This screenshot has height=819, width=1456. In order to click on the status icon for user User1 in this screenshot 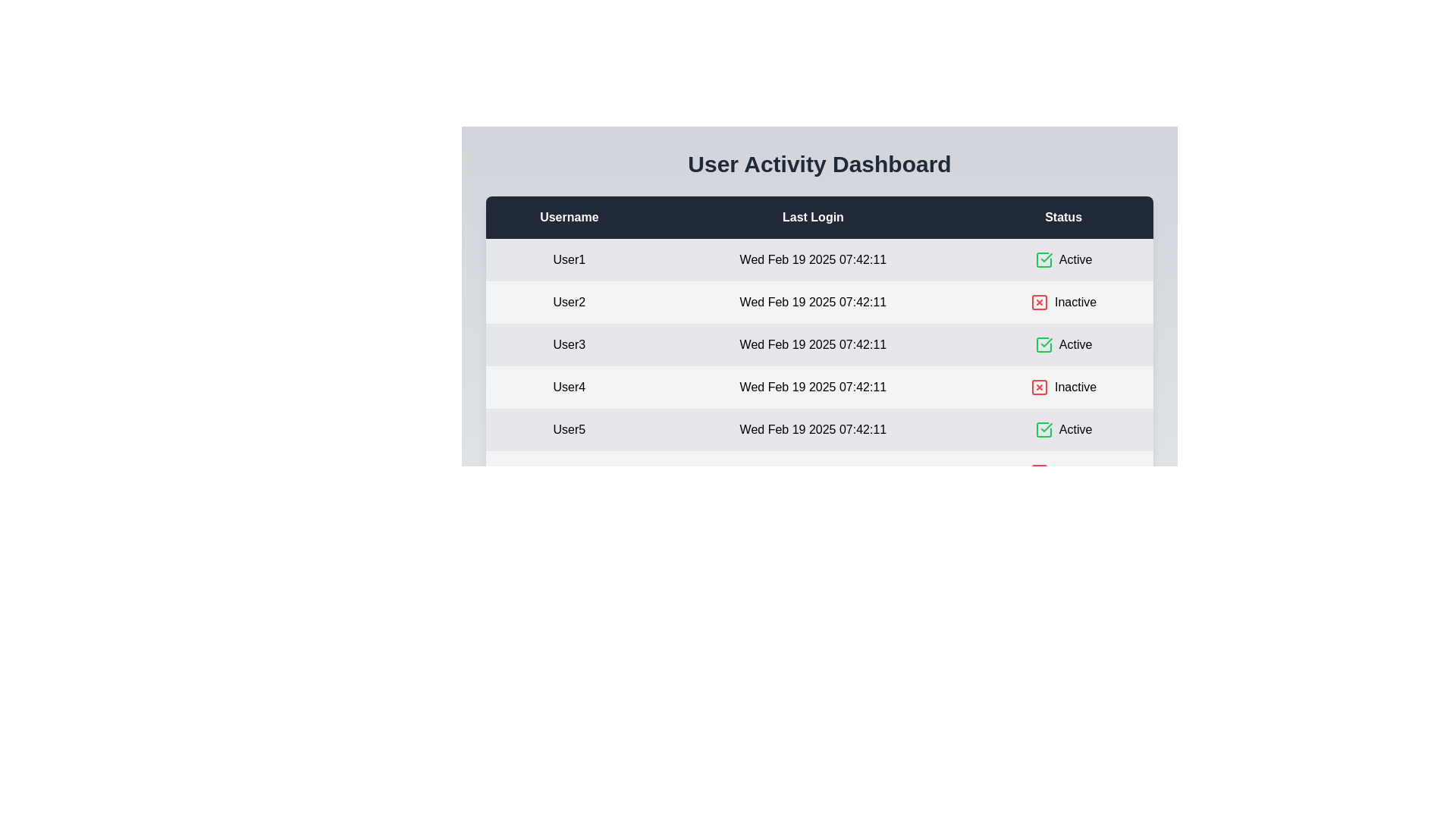, I will do `click(1043, 259)`.